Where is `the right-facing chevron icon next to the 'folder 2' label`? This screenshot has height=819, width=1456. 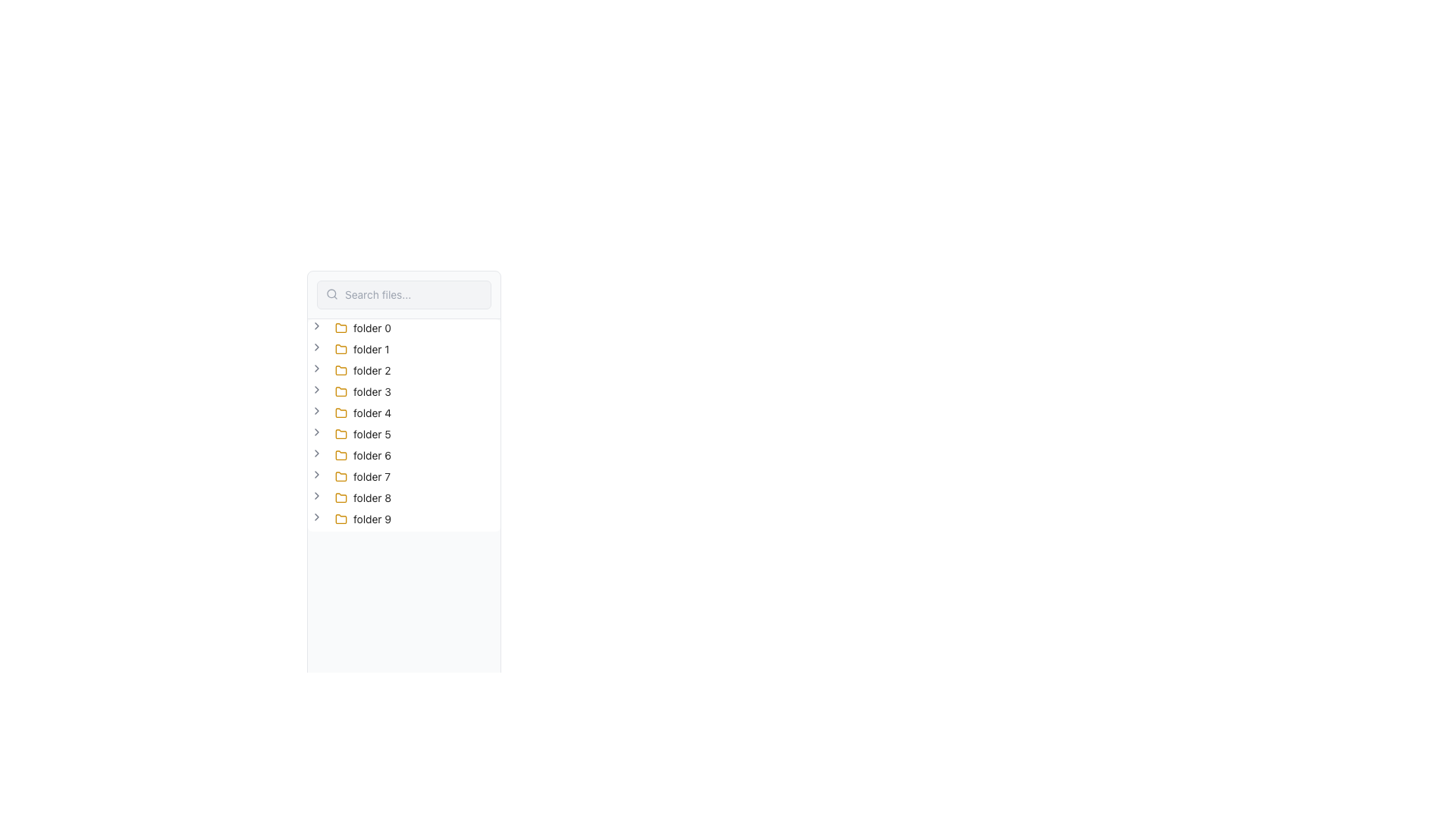 the right-facing chevron icon next to the 'folder 2' label is located at coordinates (315, 369).